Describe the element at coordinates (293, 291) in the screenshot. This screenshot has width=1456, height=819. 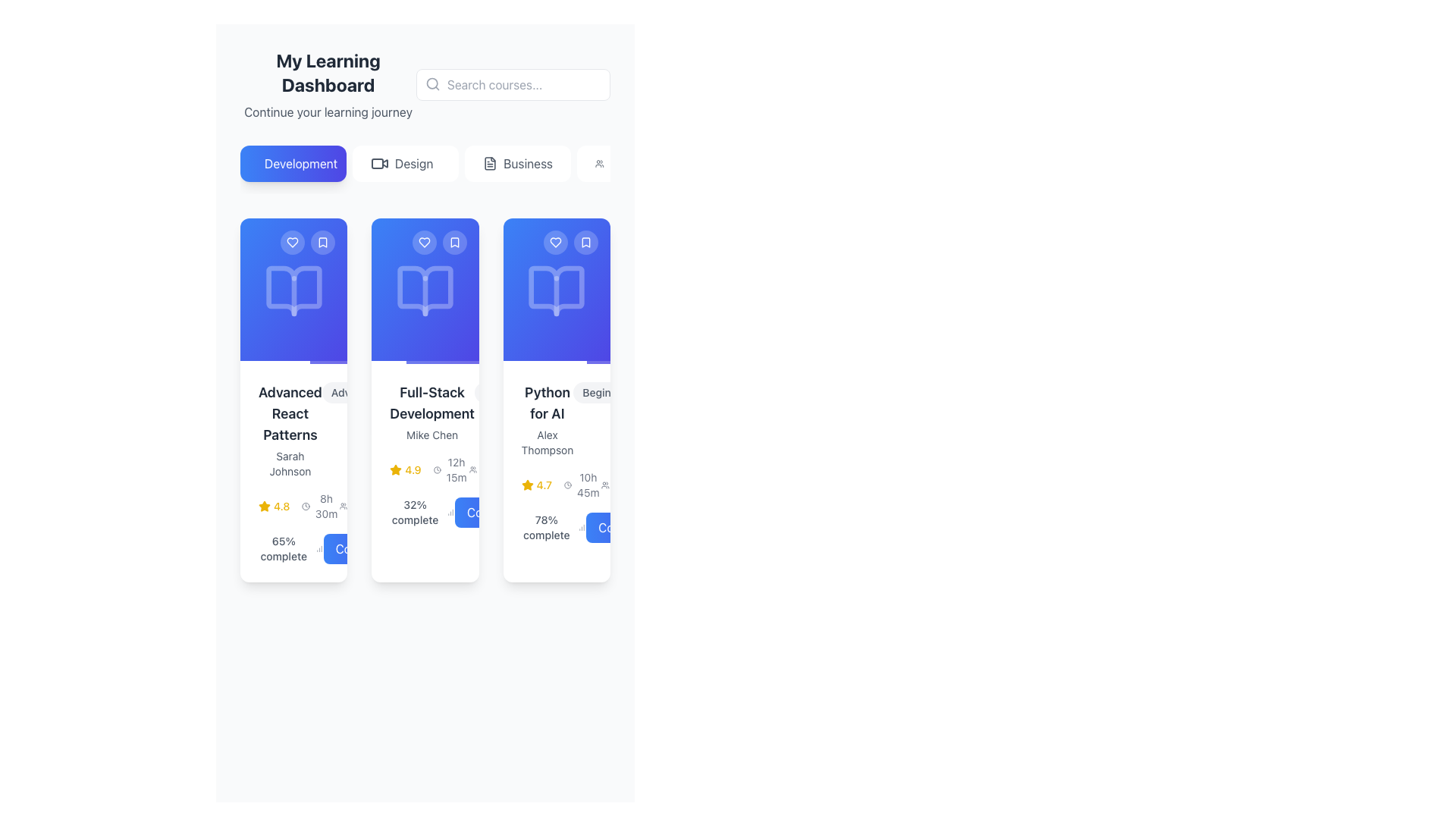
I see `the Decorative area with icon that features a gradient background transitioning from blue to indigo and contains a light-colored icon of an open book, located in the top section of the card layout under the 'Development' tab` at that location.